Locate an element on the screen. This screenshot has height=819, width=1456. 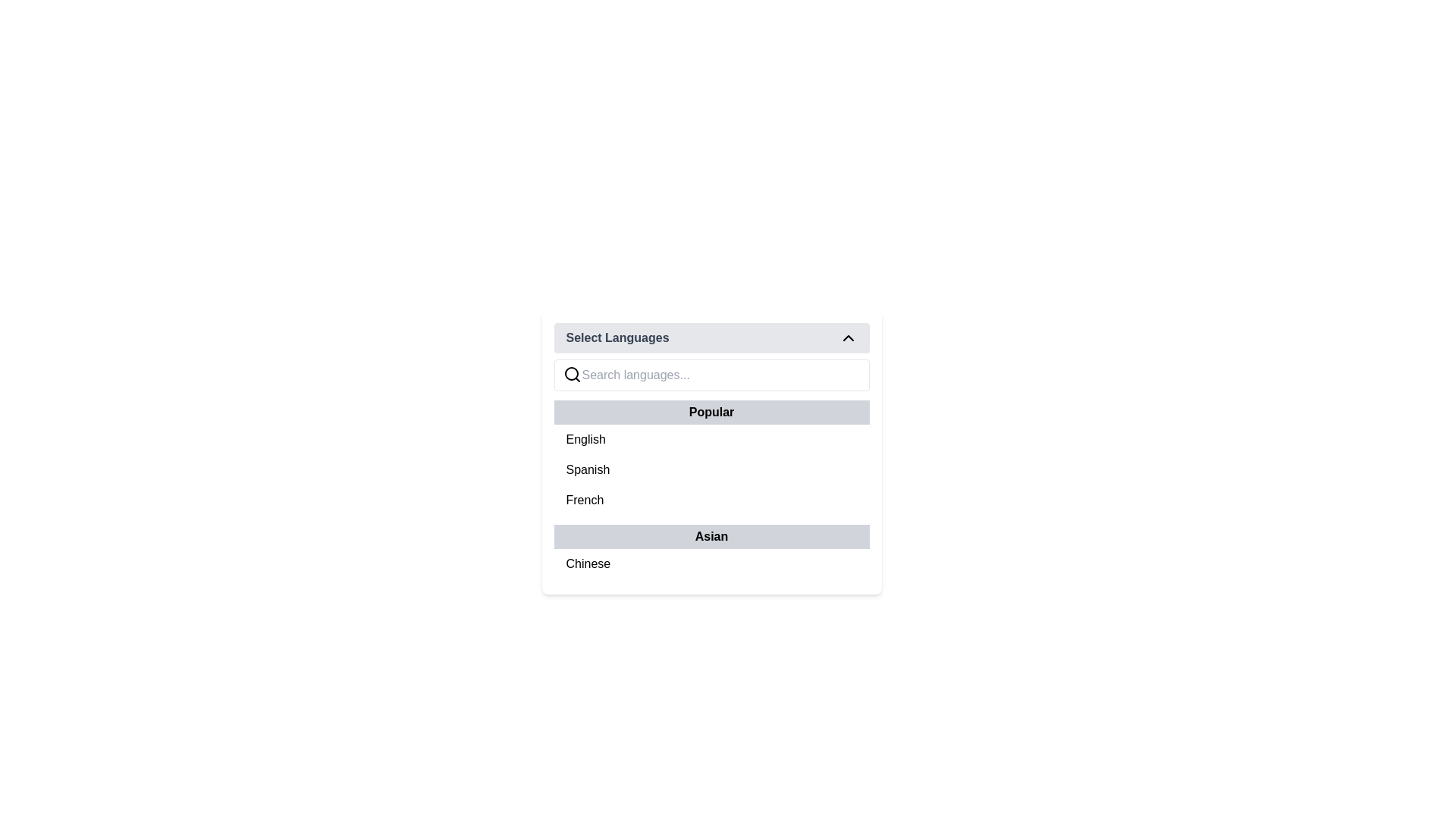
the 'French' language option in the dropdown menu, which is the third item in the 'Popular' category is located at coordinates (584, 500).